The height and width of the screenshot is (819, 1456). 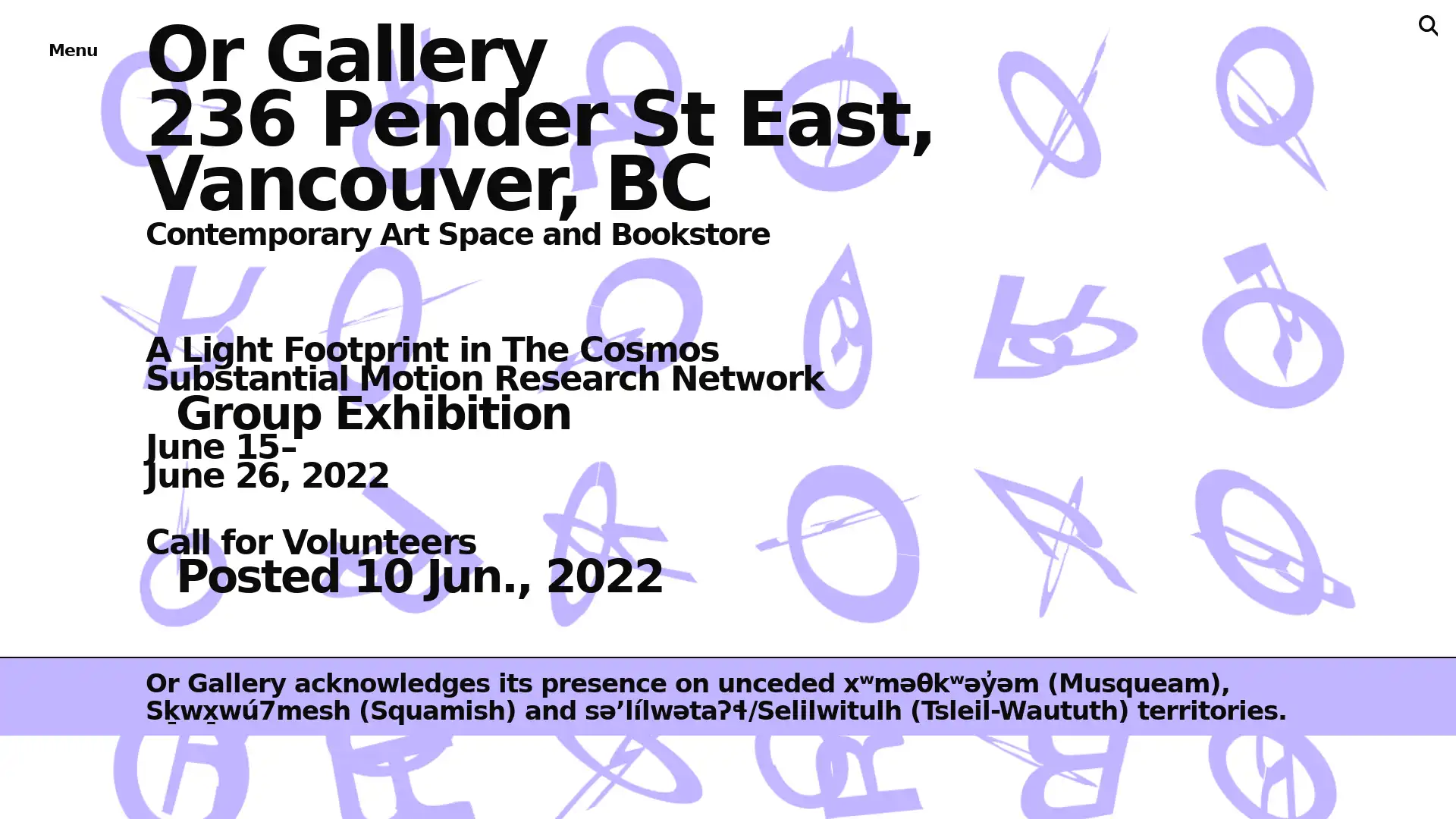 What do you see at coordinates (883, 315) in the screenshot?
I see `Subscribe` at bounding box center [883, 315].